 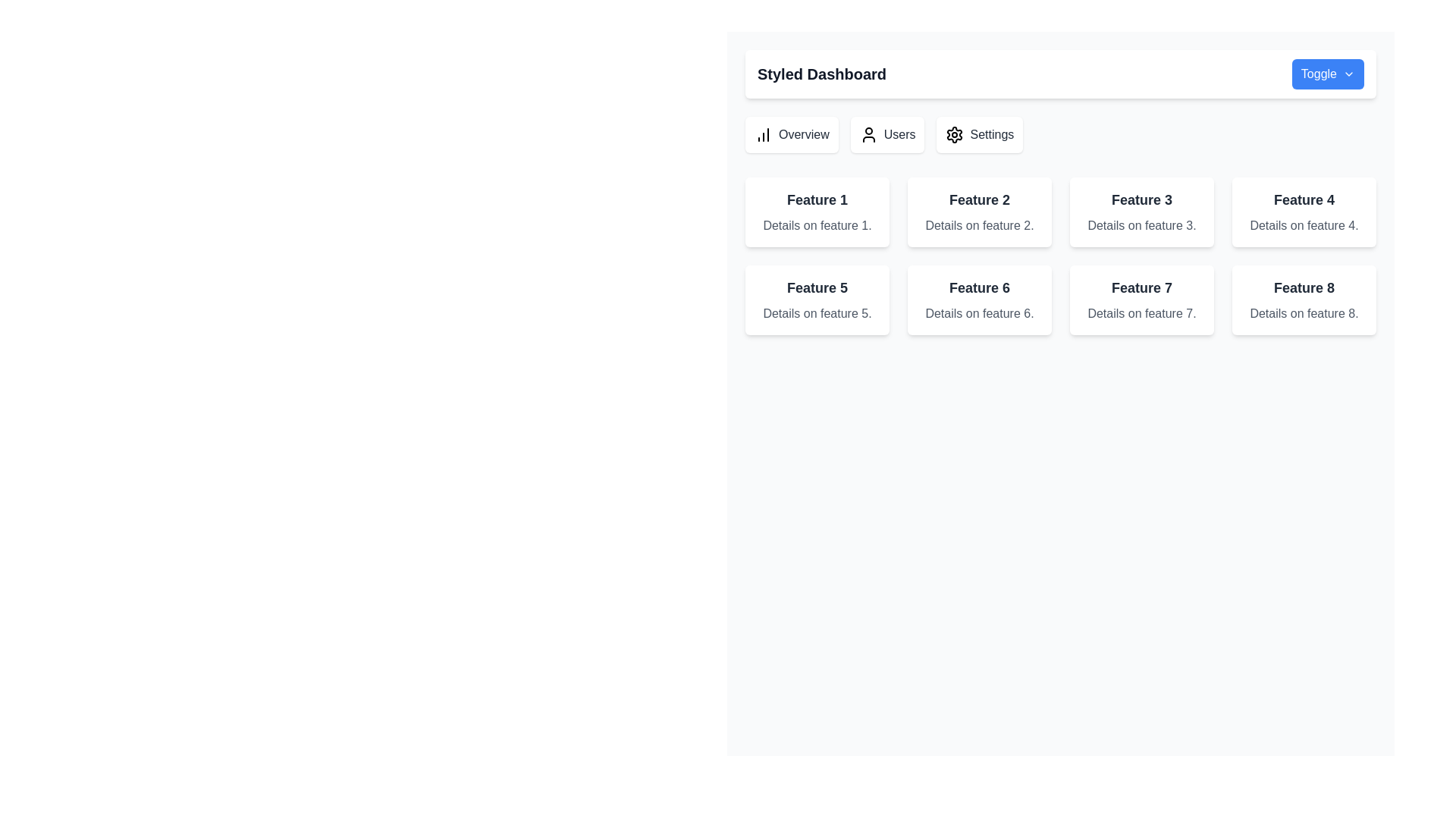 I want to click on displayed text 'Details on feature 5.' from the gray text label located beneath the title 'Feature 5.', so click(x=817, y=312).